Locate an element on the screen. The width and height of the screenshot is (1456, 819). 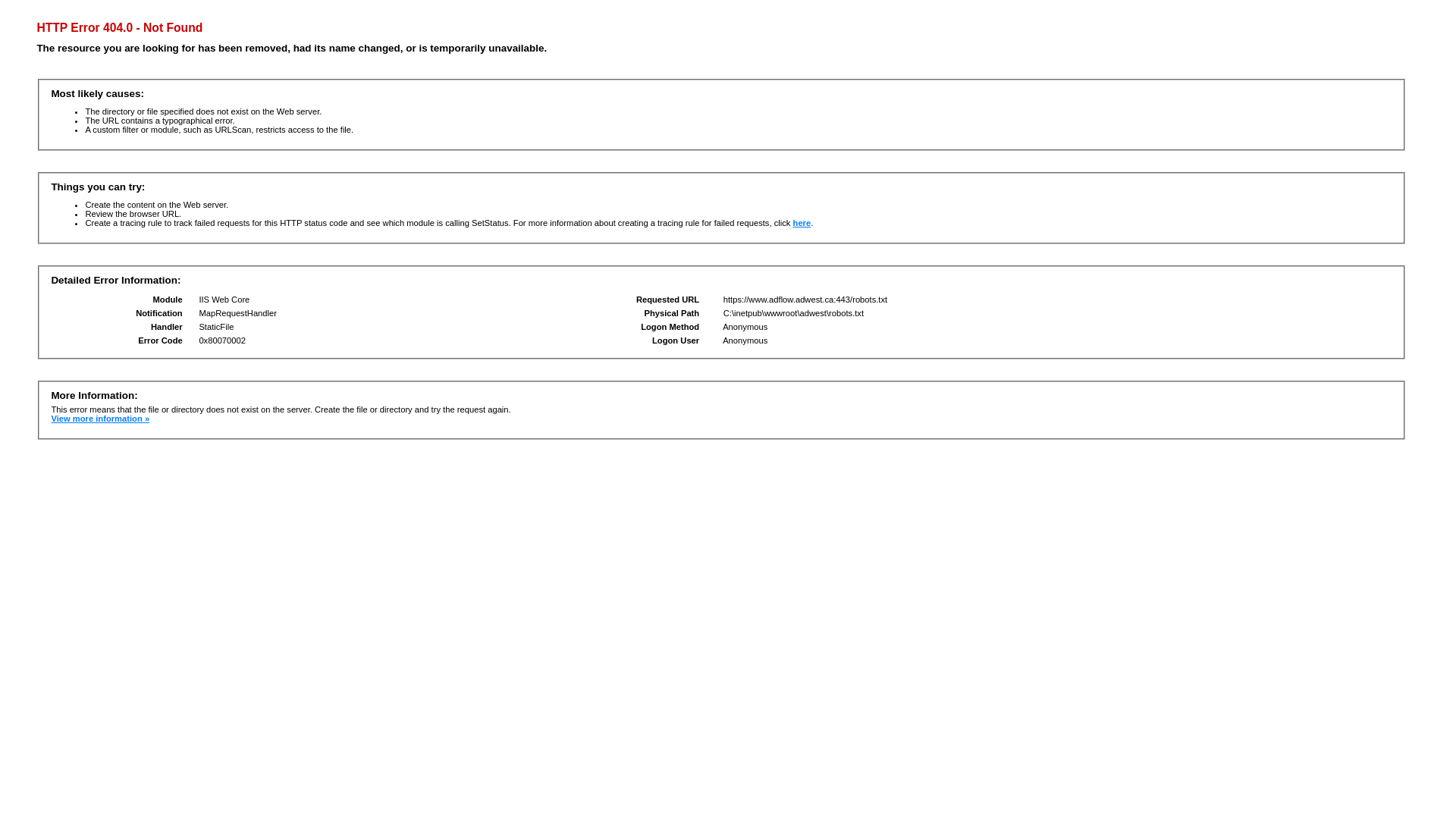
'here' is located at coordinates (801, 222).